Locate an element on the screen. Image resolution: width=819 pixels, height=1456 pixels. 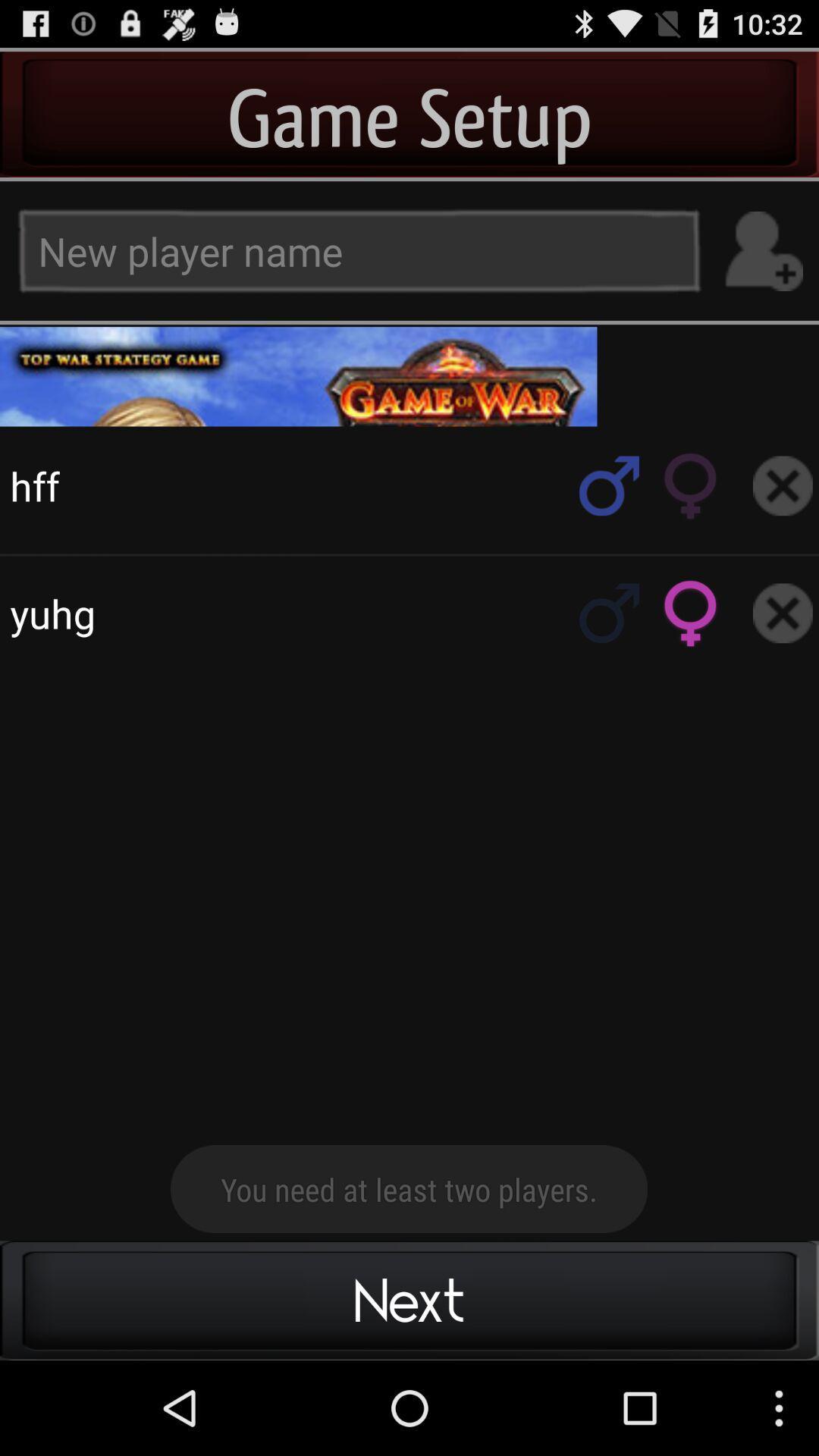
new player is located at coordinates (763, 251).